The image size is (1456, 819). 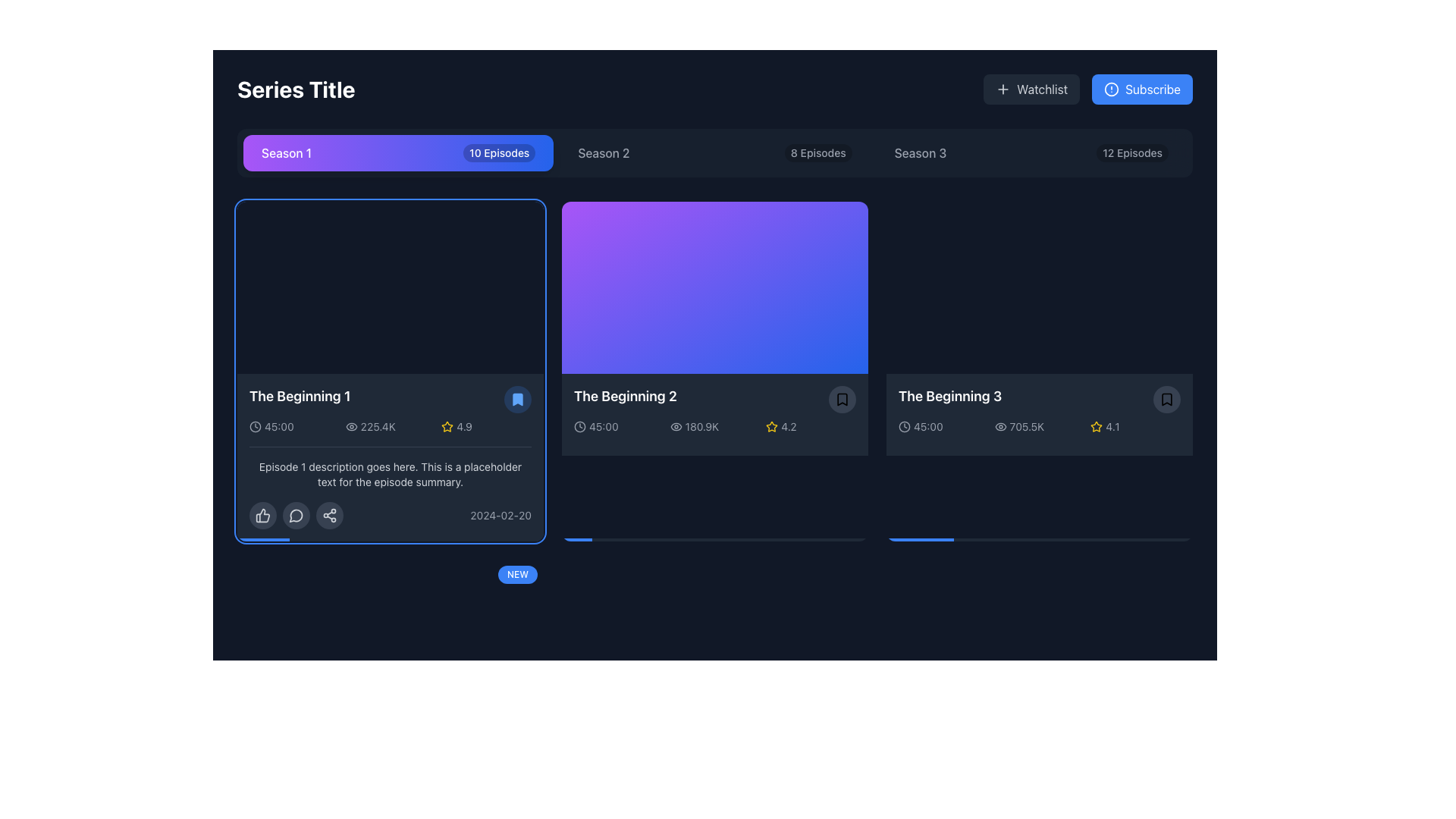 I want to click on the Text Label that reads 'The Beginning 2', so click(x=625, y=396).